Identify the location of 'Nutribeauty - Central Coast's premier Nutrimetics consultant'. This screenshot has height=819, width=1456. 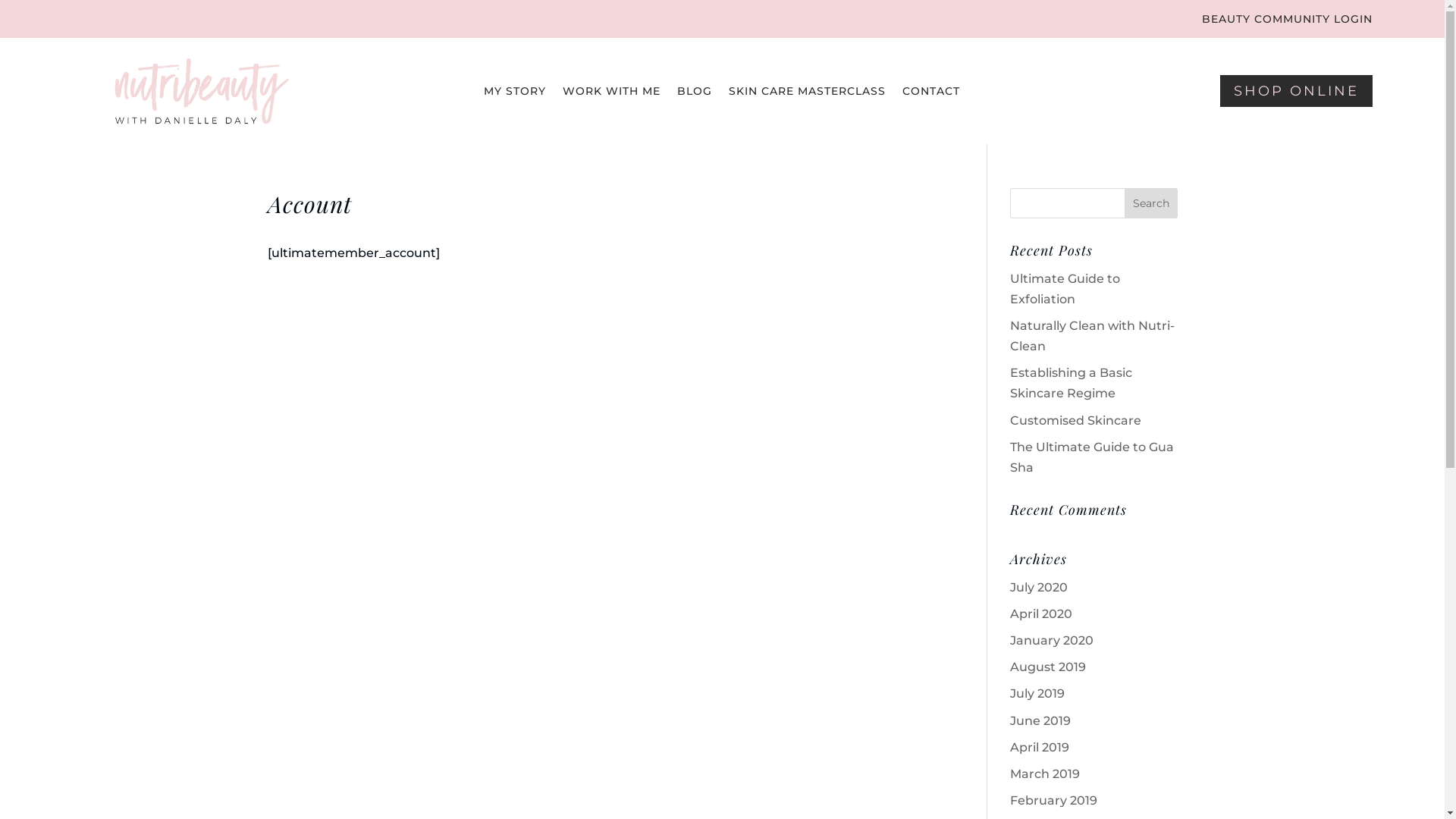
(201, 90).